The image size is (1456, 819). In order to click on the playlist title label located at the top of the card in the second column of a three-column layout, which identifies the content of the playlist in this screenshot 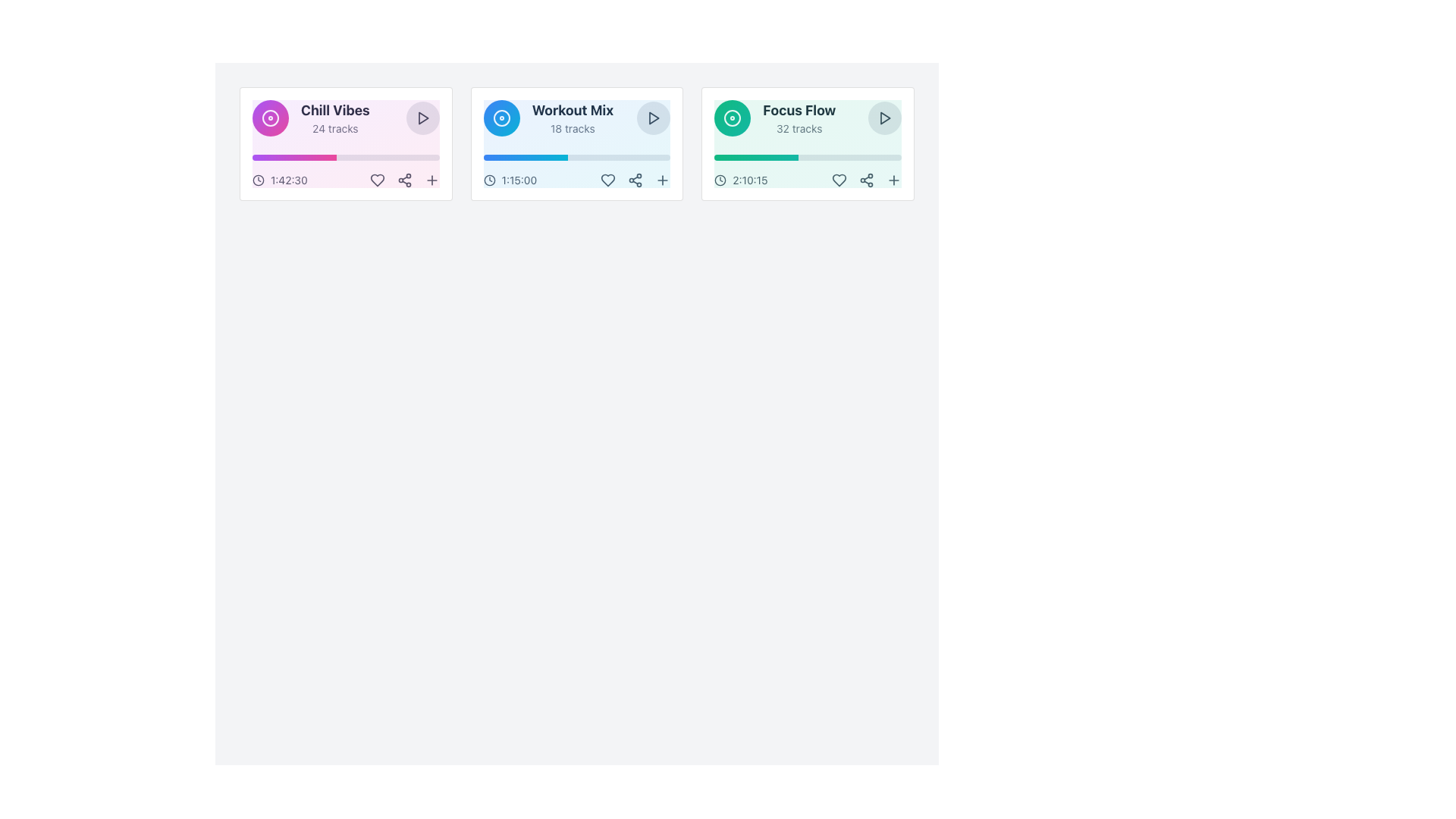, I will do `click(572, 110)`.